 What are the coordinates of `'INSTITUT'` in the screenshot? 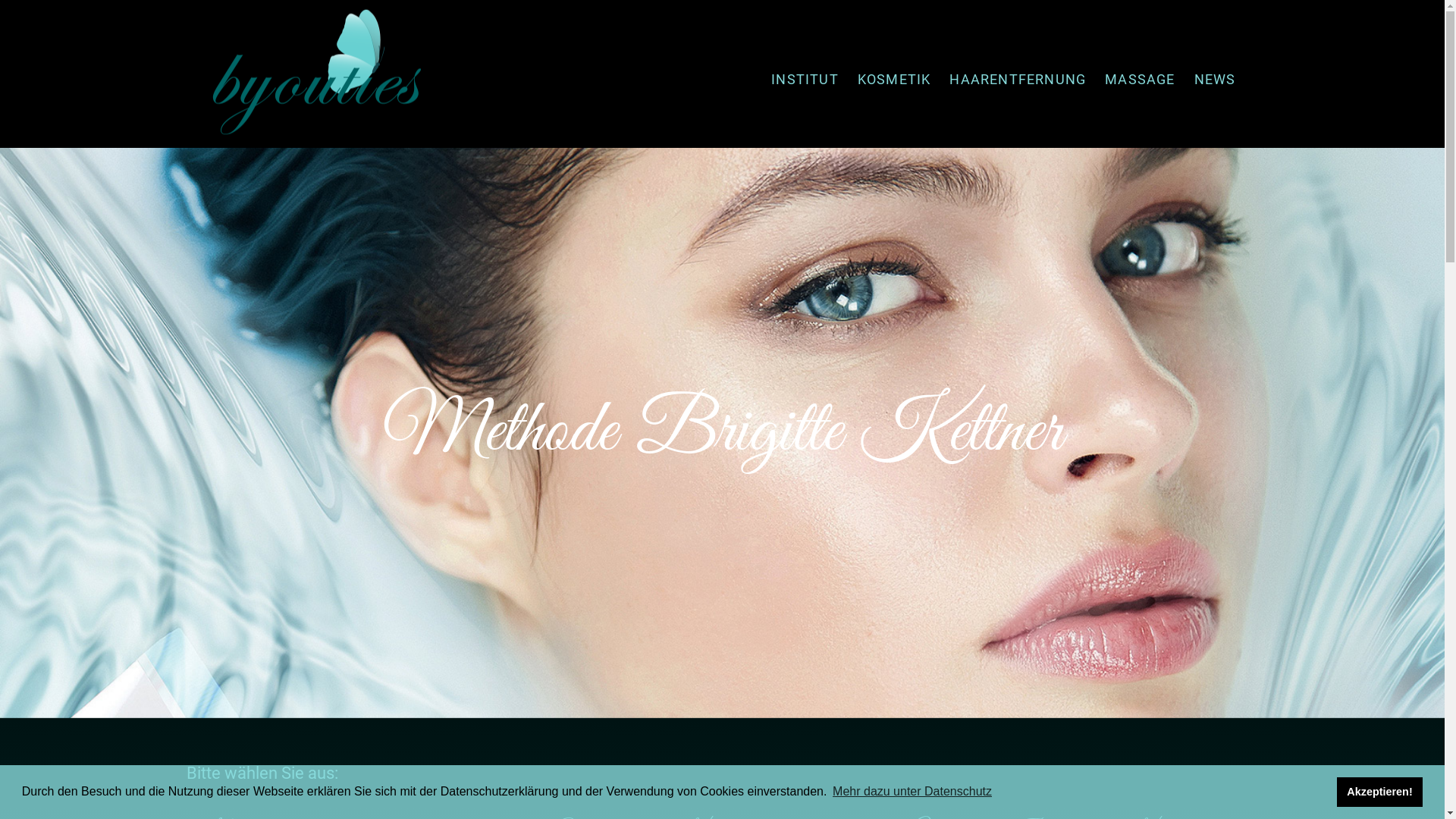 It's located at (804, 79).